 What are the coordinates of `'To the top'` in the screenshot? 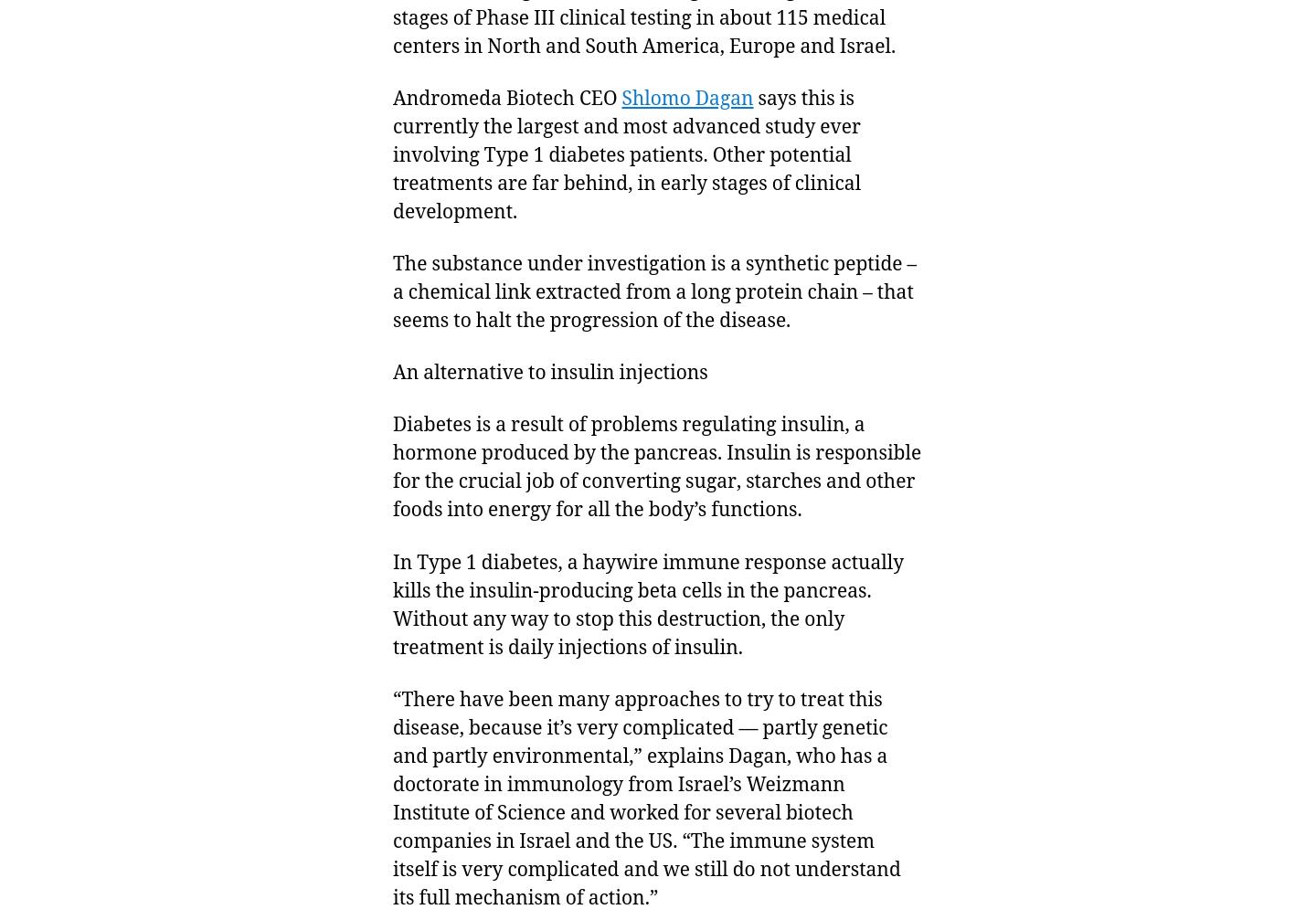 It's located at (1149, 870).